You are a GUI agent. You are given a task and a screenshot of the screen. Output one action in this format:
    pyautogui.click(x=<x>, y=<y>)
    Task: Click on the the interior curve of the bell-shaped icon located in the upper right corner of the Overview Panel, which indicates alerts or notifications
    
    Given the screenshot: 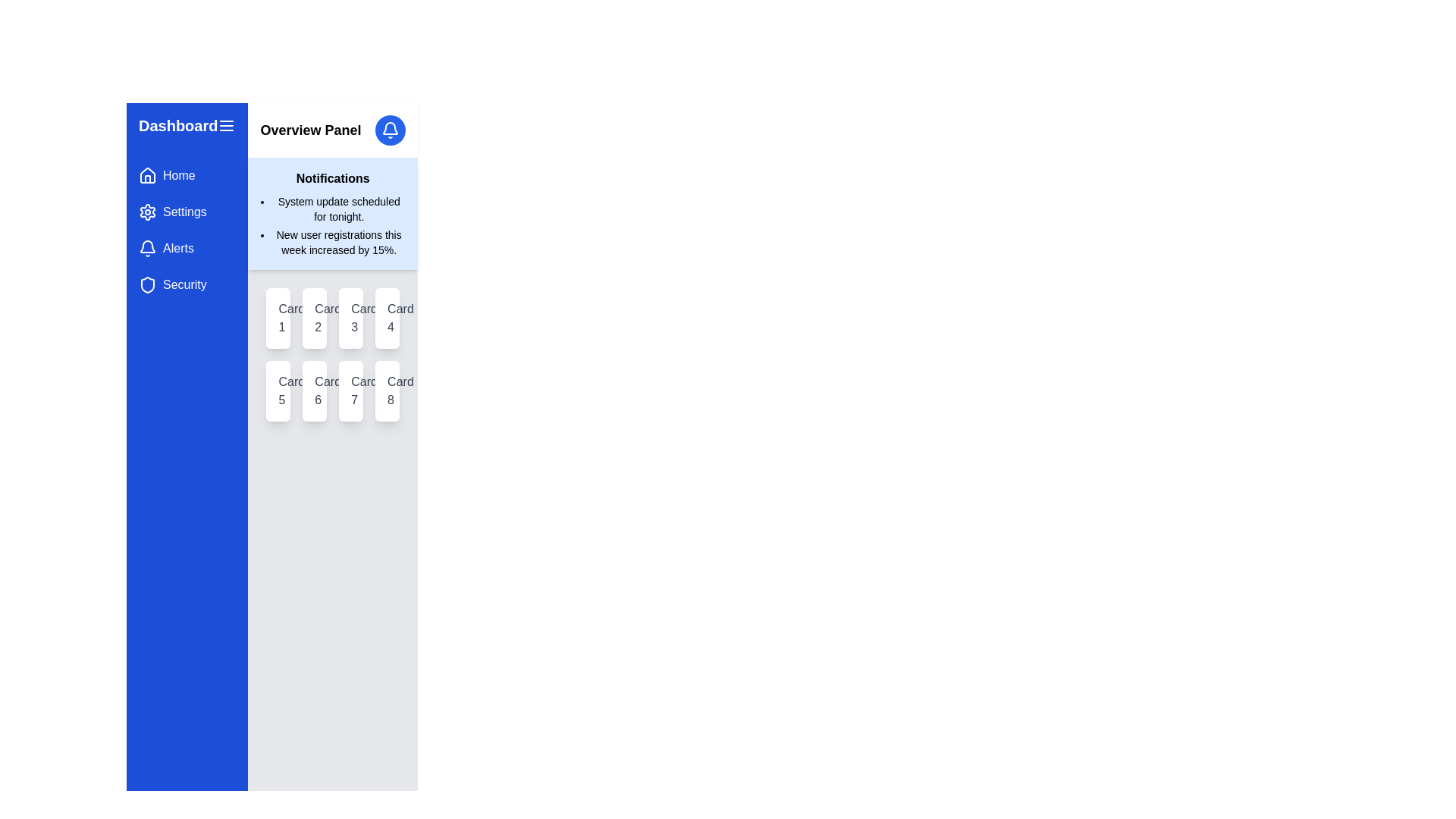 What is the action you would take?
    pyautogui.click(x=390, y=127)
    